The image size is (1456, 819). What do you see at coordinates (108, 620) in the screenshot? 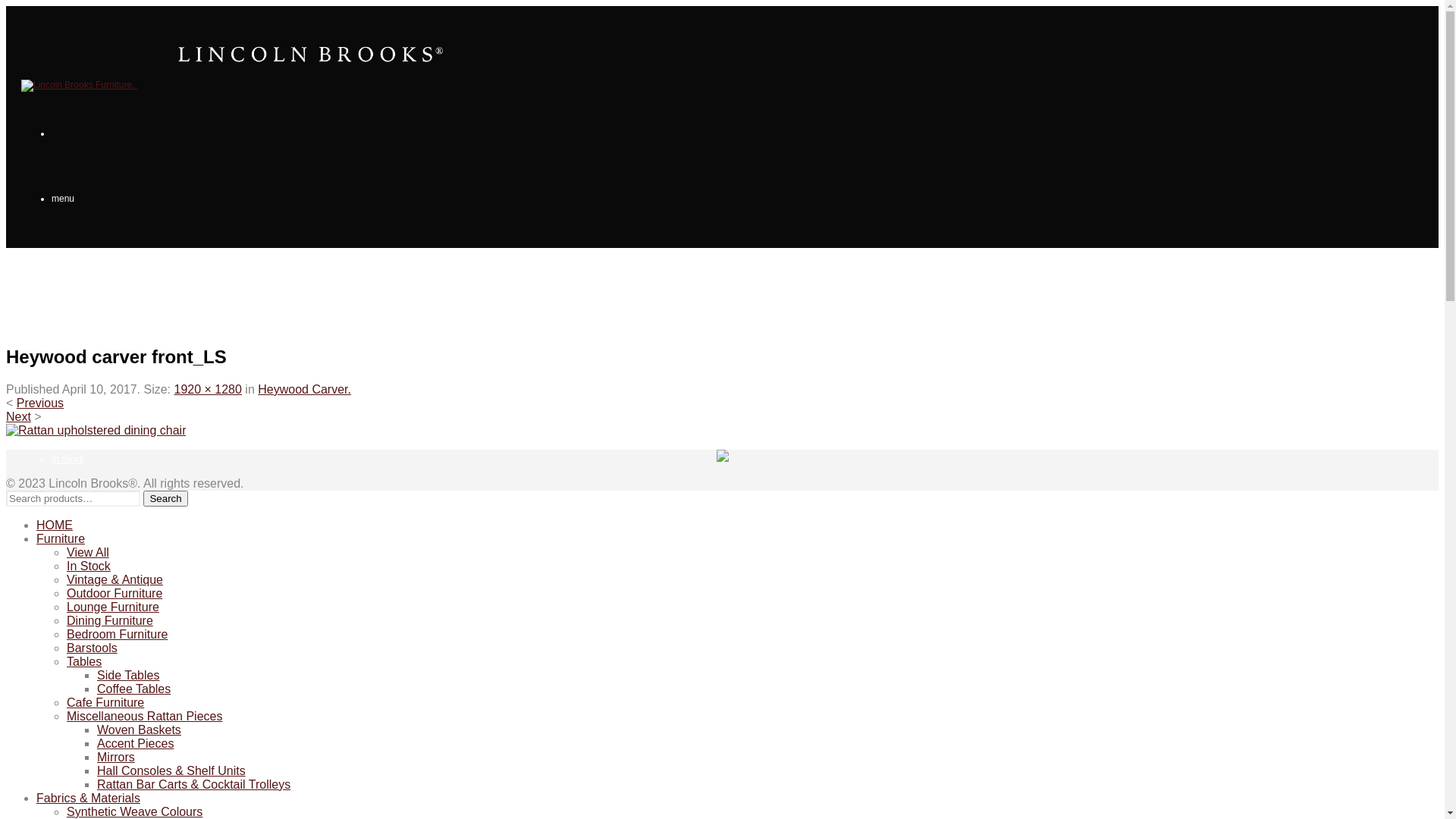
I see `'Dining Furniture'` at bounding box center [108, 620].